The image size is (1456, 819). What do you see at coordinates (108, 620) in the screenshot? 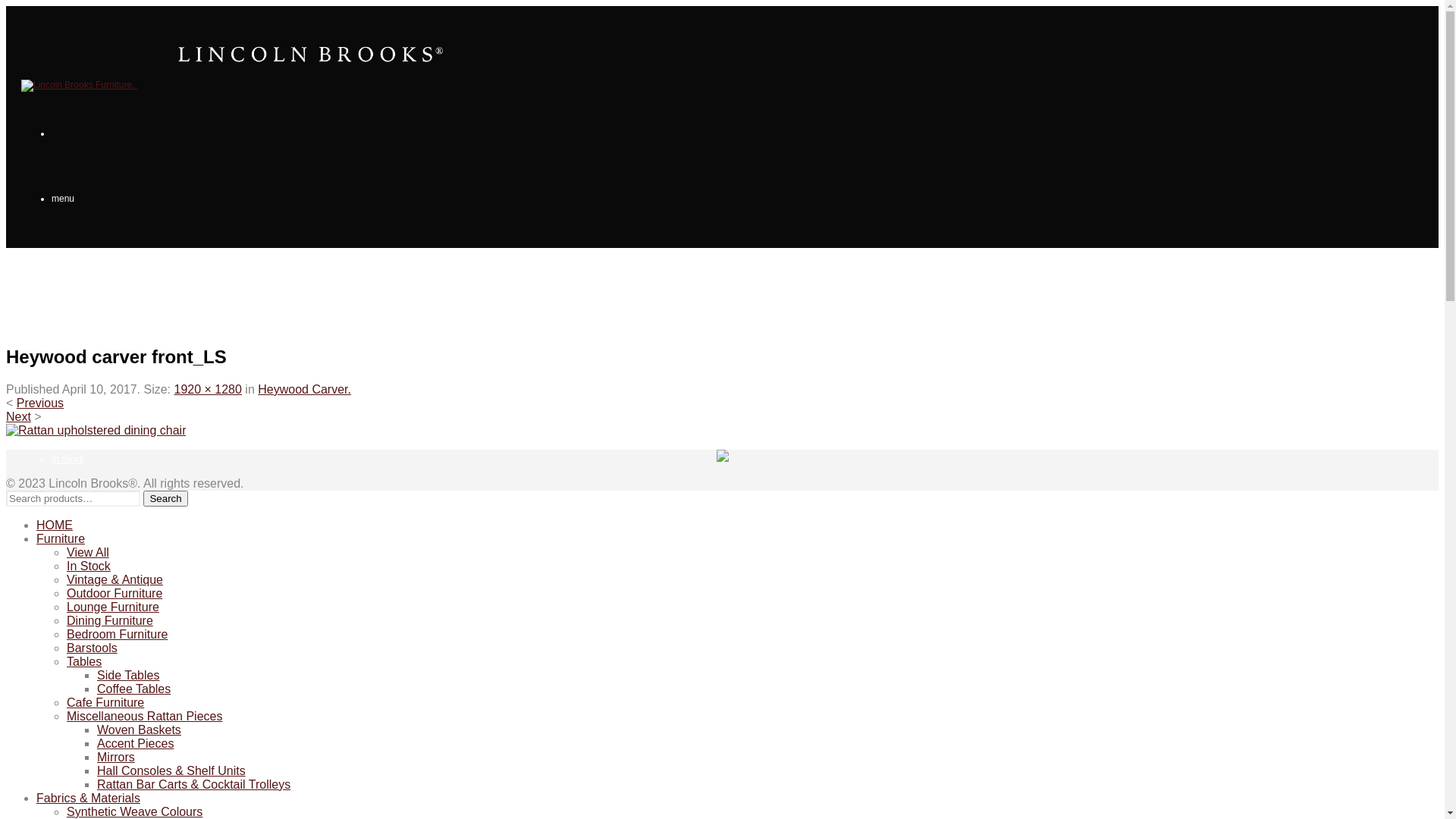
I see `'Dining Furniture'` at bounding box center [108, 620].